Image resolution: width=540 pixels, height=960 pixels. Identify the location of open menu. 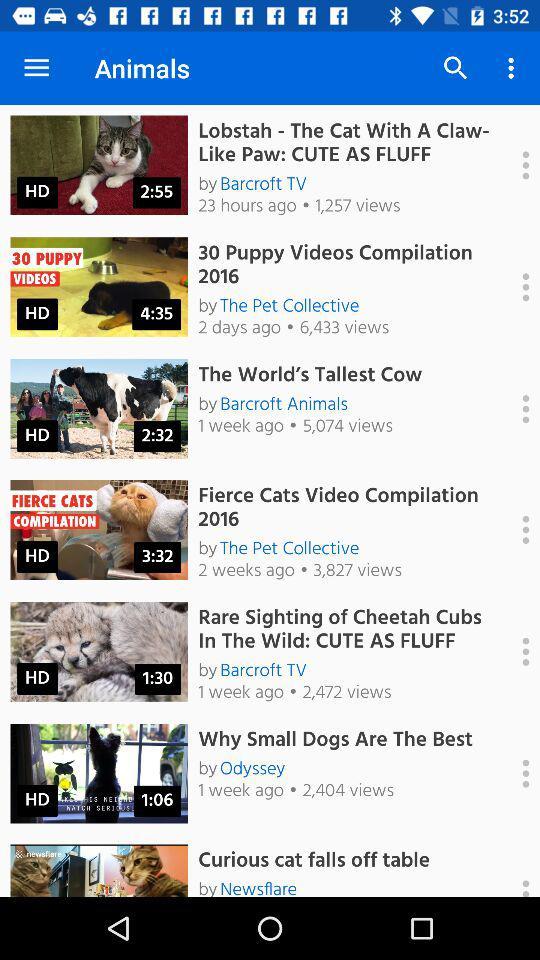
(515, 650).